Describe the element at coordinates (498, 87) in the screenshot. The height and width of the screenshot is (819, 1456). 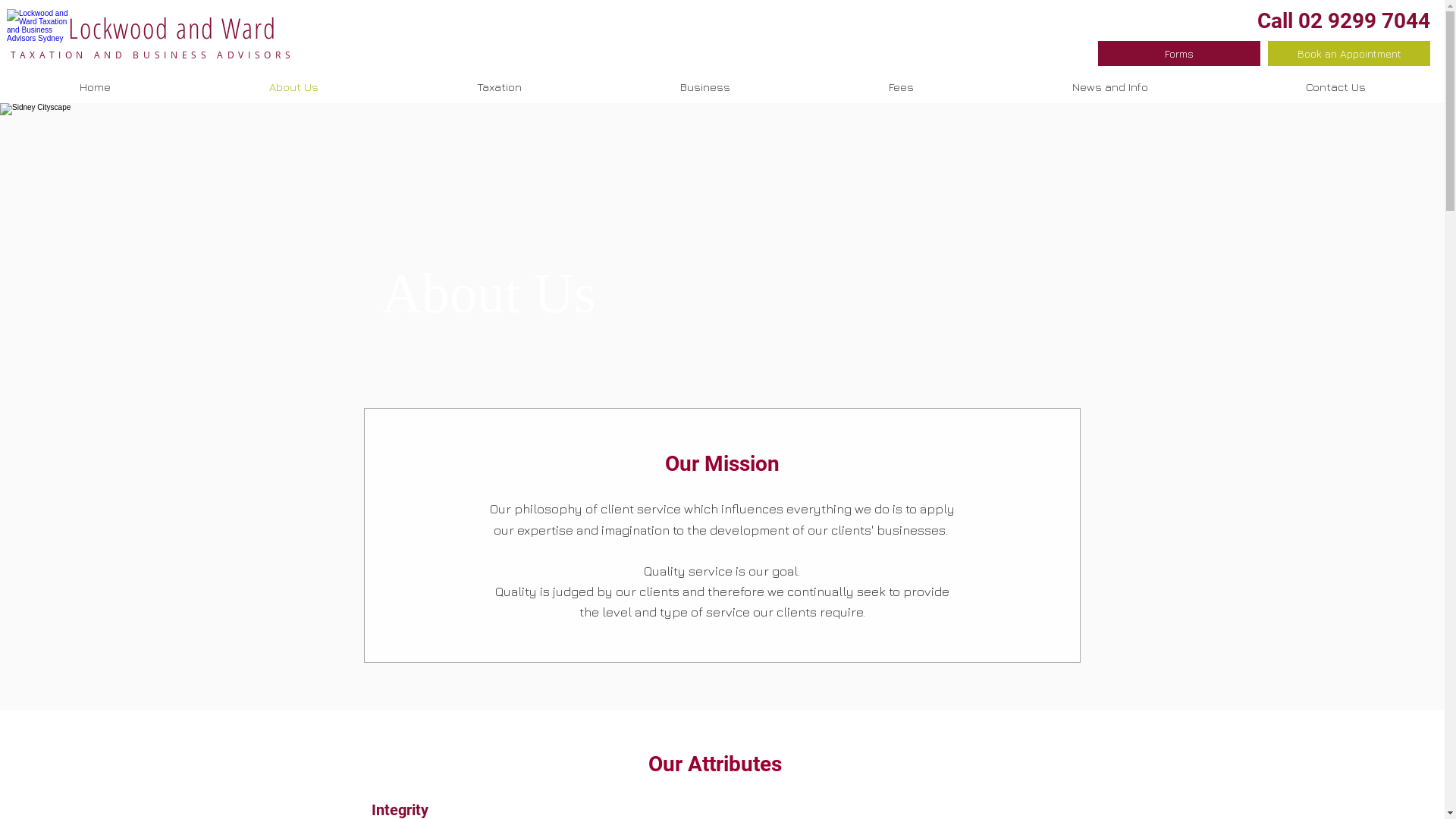
I see `'Taxation'` at that location.